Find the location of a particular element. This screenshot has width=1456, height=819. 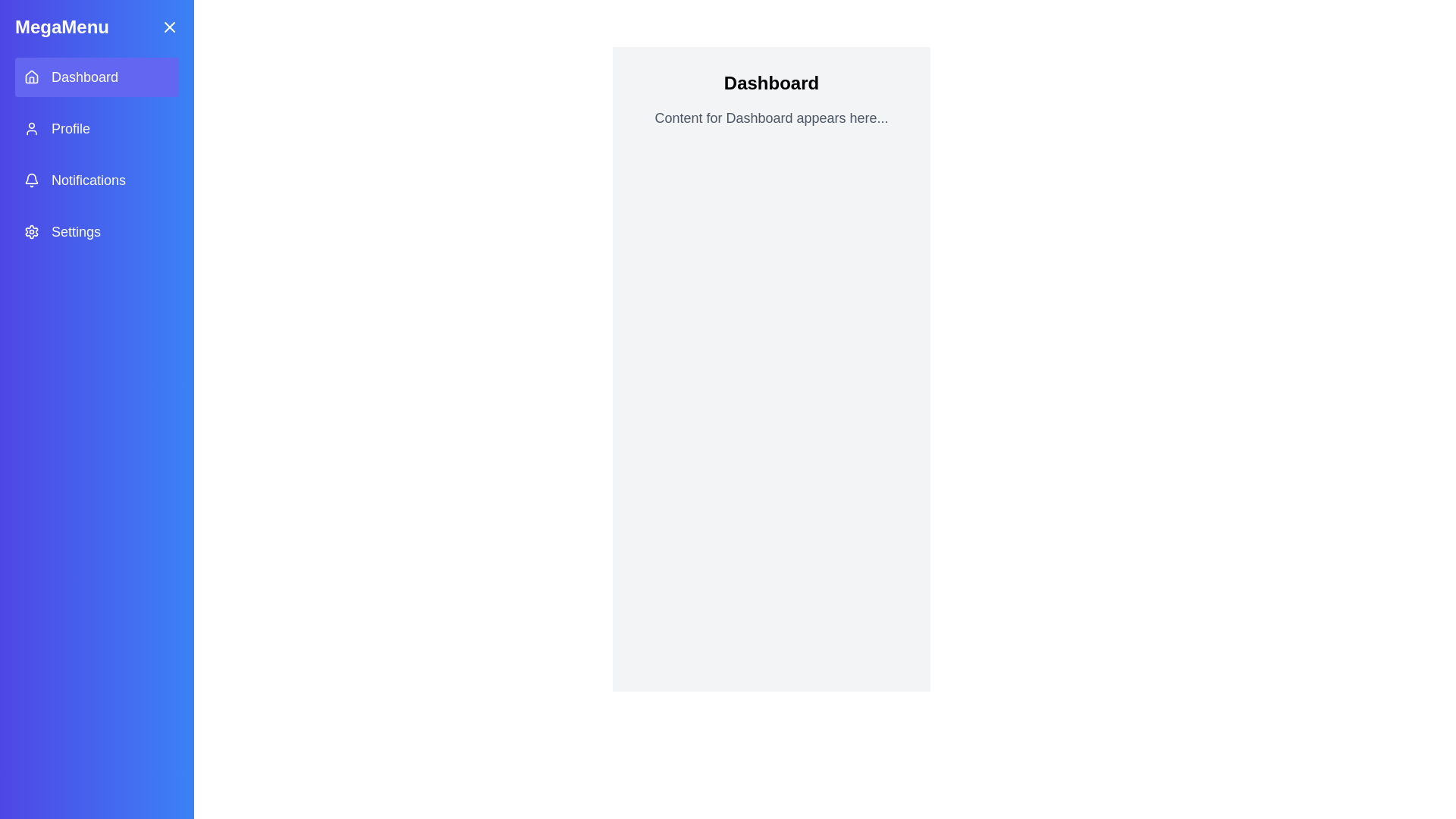

the settings icon located in the sidebar is located at coordinates (32, 231).